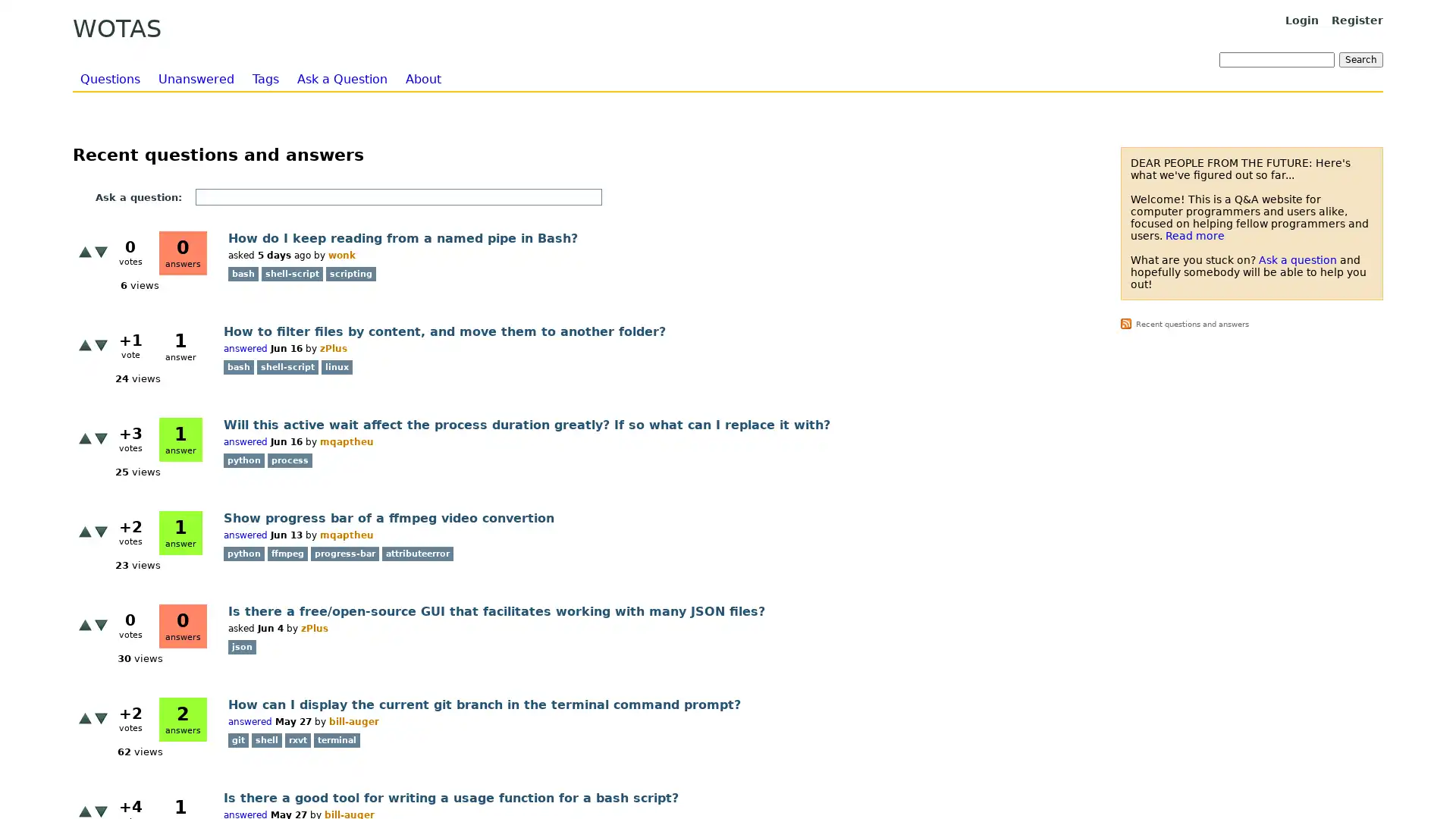  What do you see at coordinates (84, 531) in the screenshot?
I see `+` at bounding box center [84, 531].